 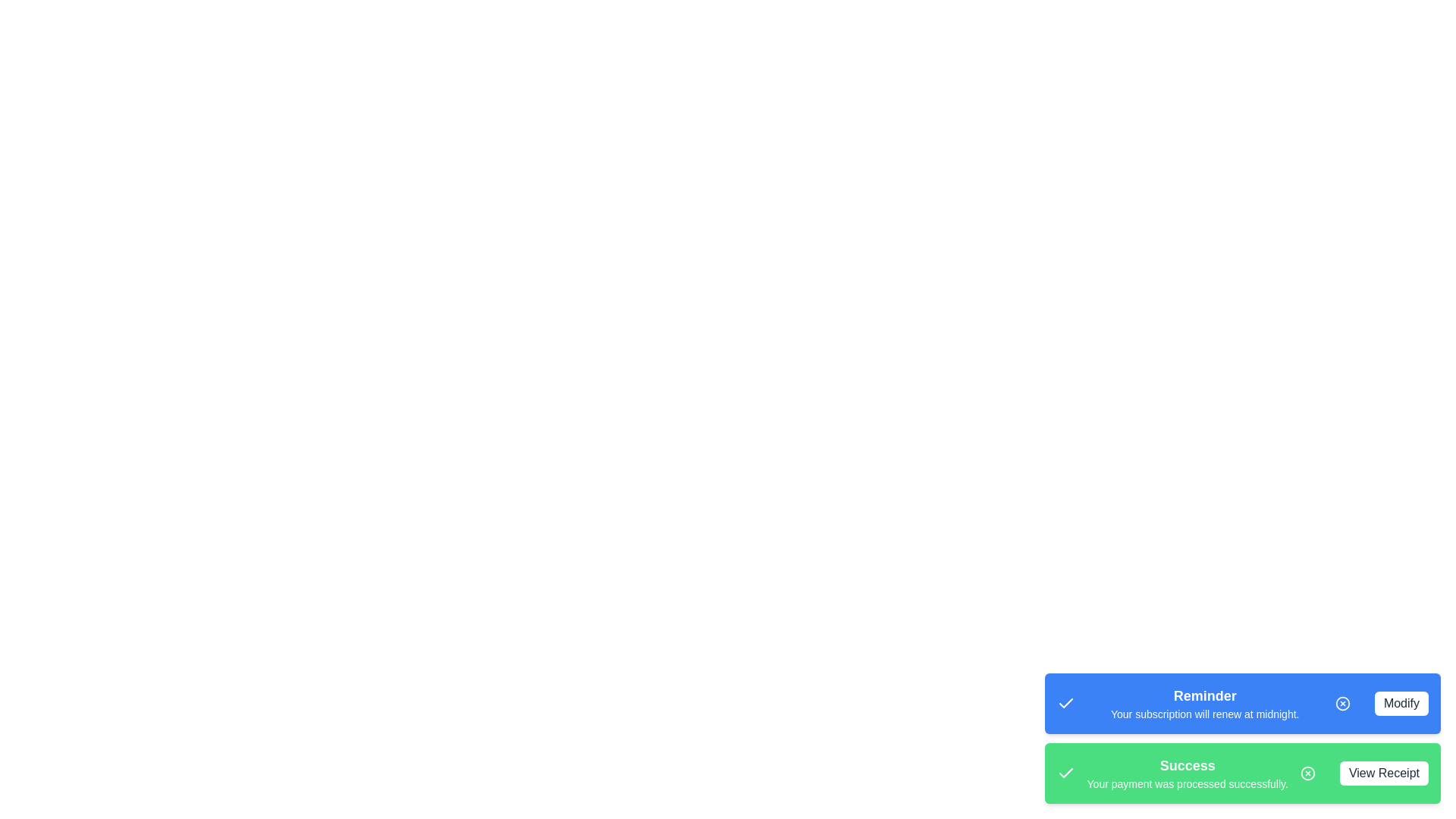 What do you see at coordinates (1186, 773) in the screenshot?
I see `the text content of the snackbar message Success` at bounding box center [1186, 773].